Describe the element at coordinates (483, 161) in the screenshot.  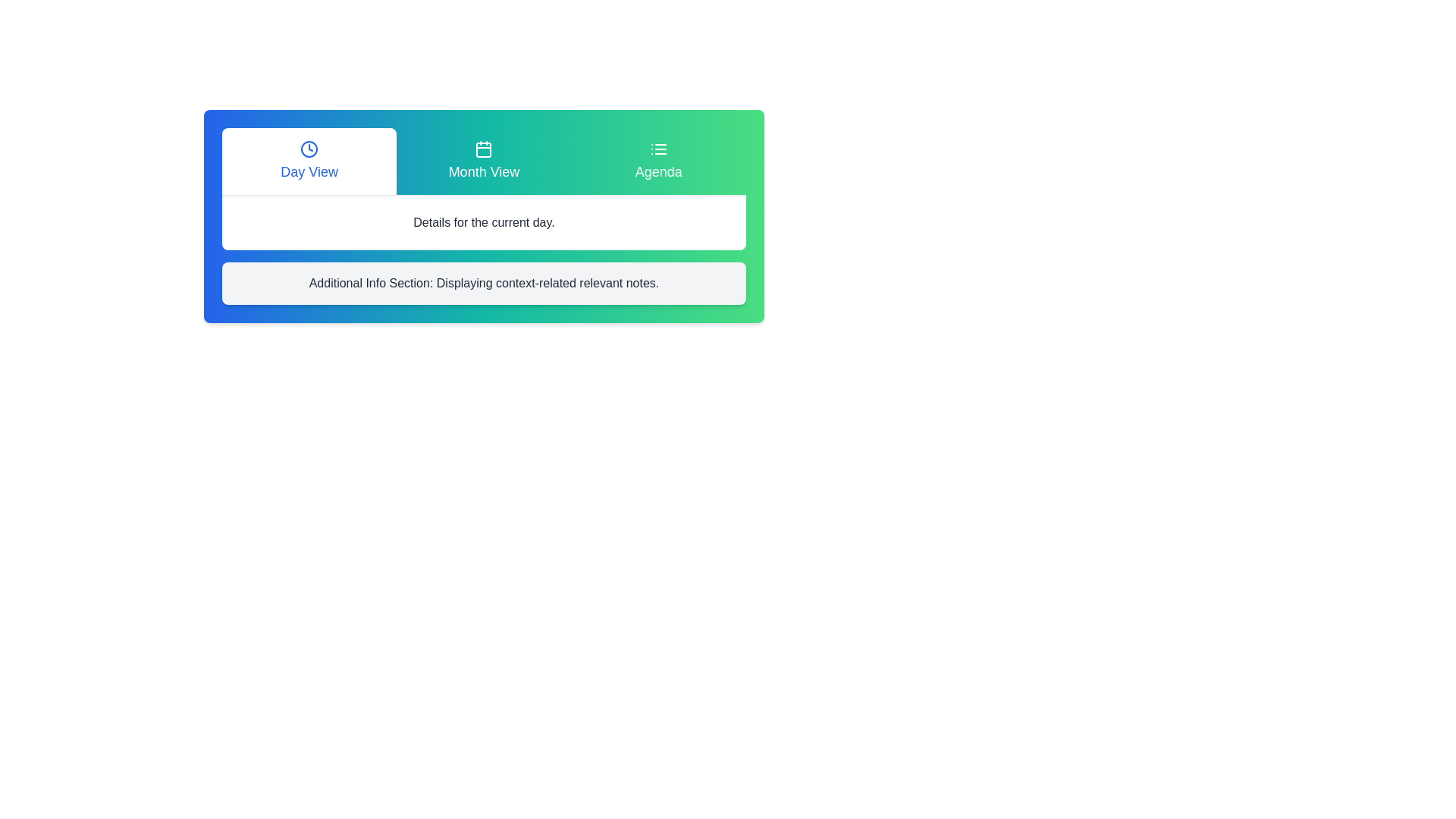
I see `the Month View tab` at that location.